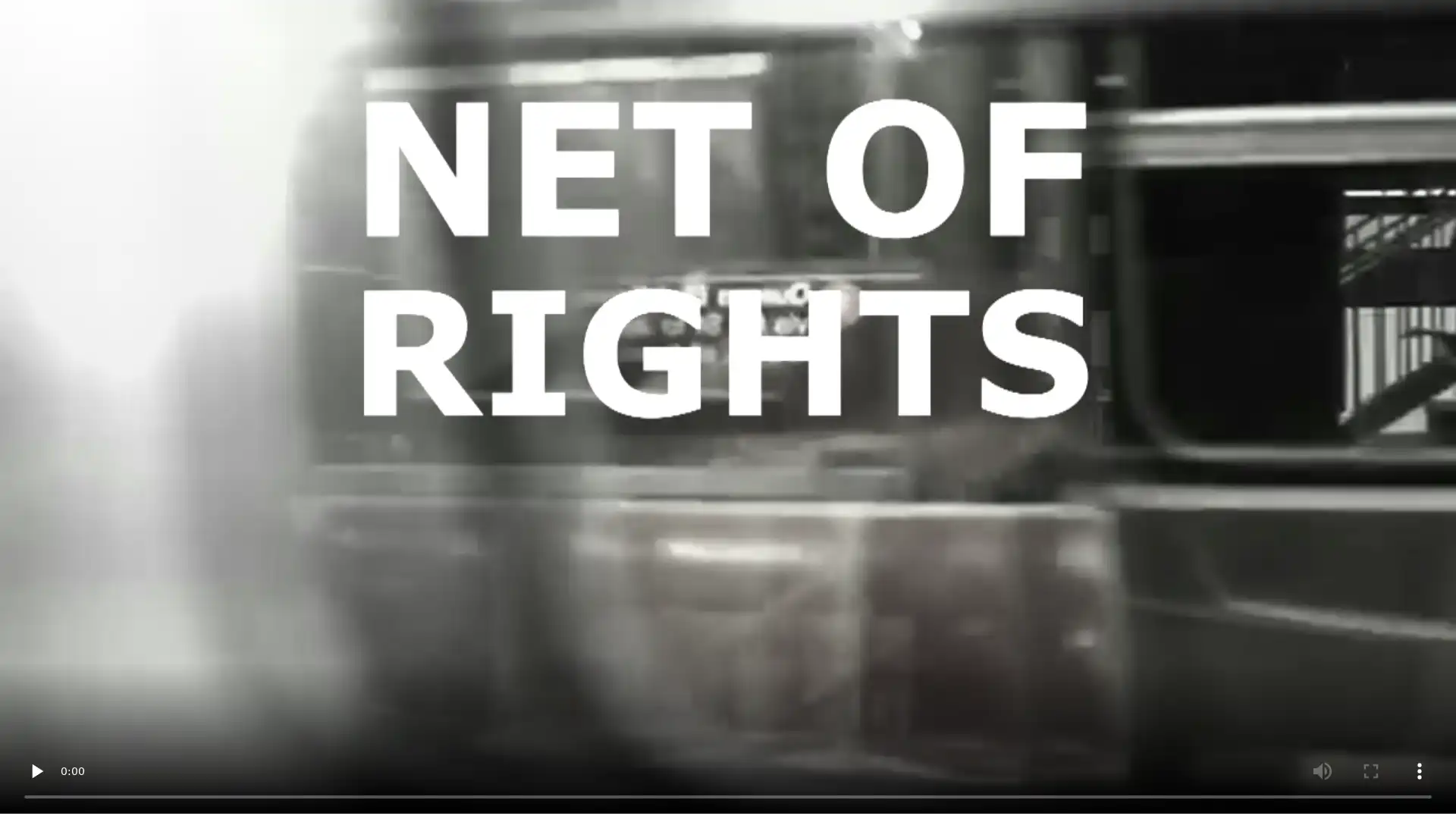 The height and width of the screenshot is (819, 1456). I want to click on enter full screen, so click(1371, 770).